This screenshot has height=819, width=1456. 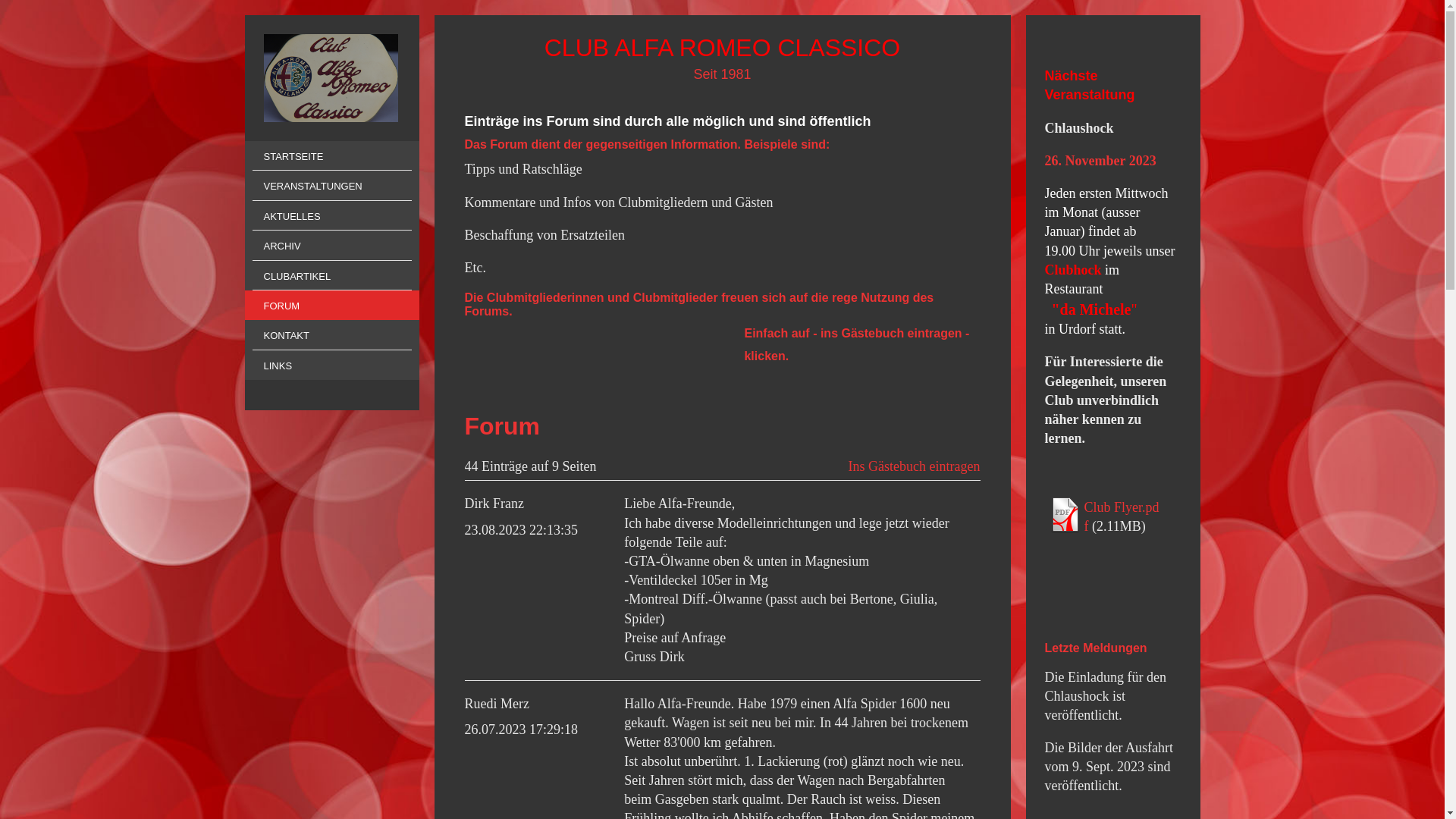 What do you see at coordinates (330, 334) in the screenshot?
I see `'KONTAKT'` at bounding box center [330, 334].